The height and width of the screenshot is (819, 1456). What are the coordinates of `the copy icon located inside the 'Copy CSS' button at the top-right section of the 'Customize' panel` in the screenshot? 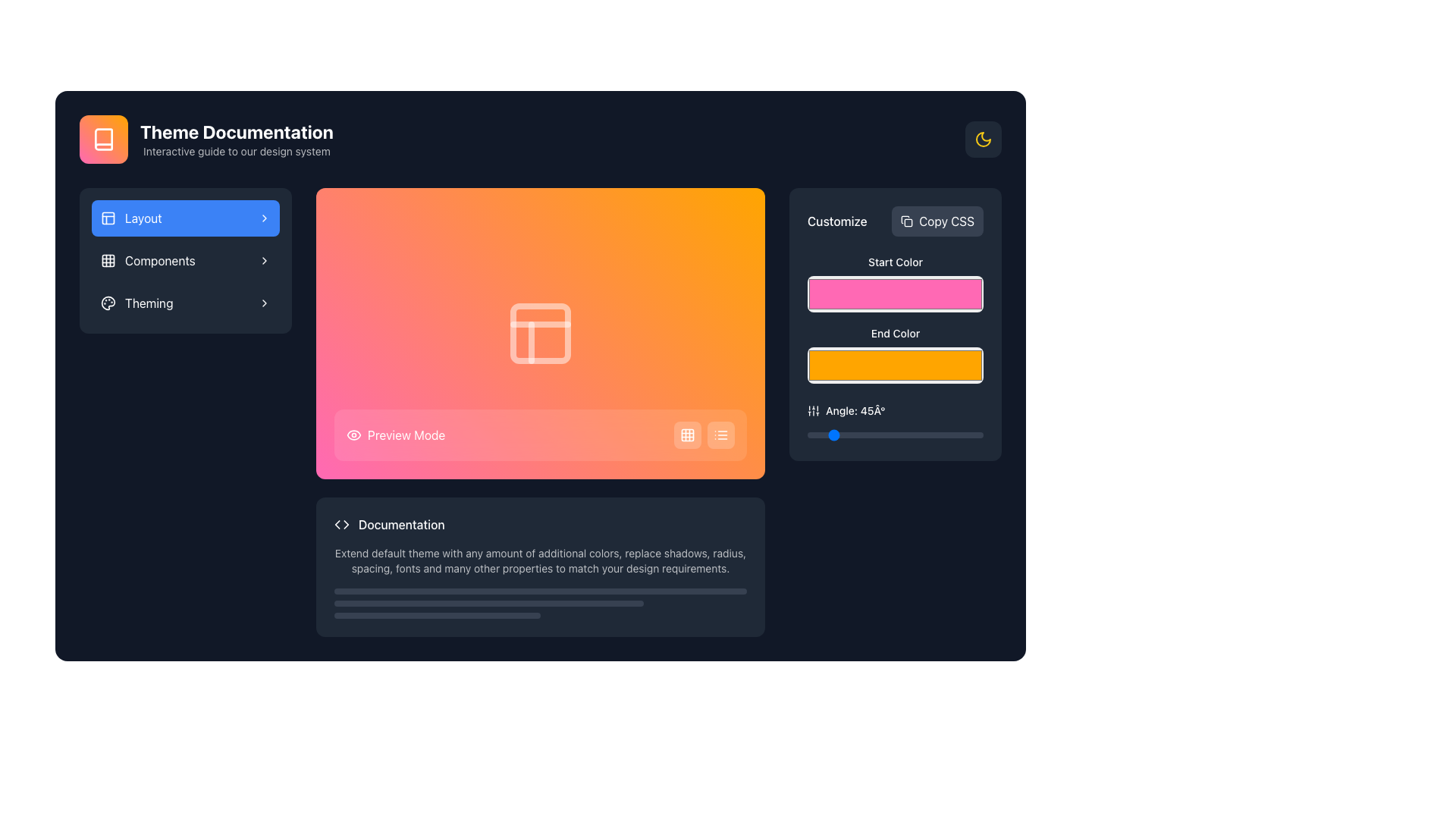 It's located at (907, 221).